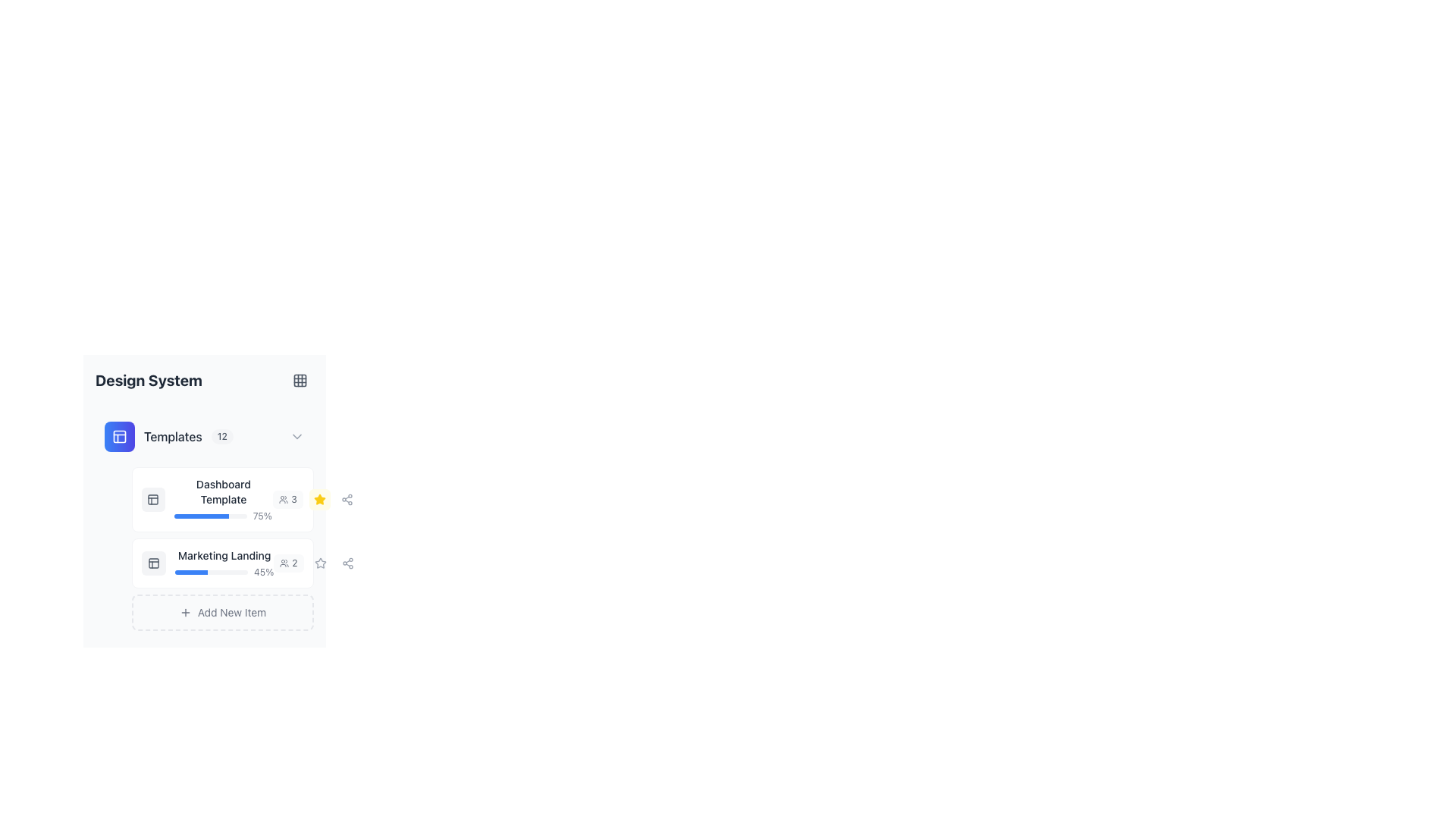  Describe the element at coordinates (294, 500) in the screenshot. I see `the Text Label displaying the number '3' in light gray color, located at the rightmost side of a horizontally aligned group of elements in the second row` at that location.